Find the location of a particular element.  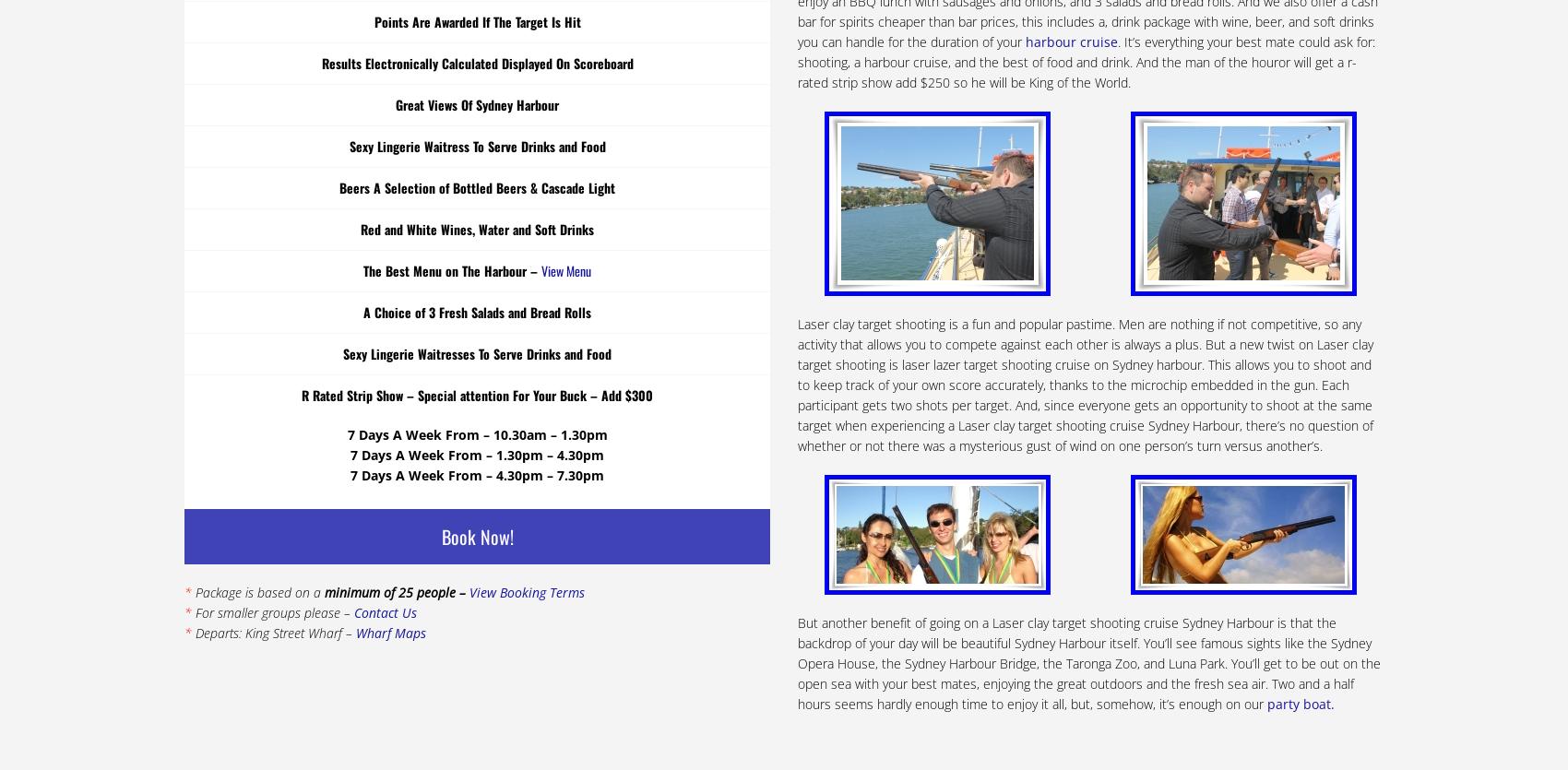

'harbour cruise' is located at coordinates (1071, 41).